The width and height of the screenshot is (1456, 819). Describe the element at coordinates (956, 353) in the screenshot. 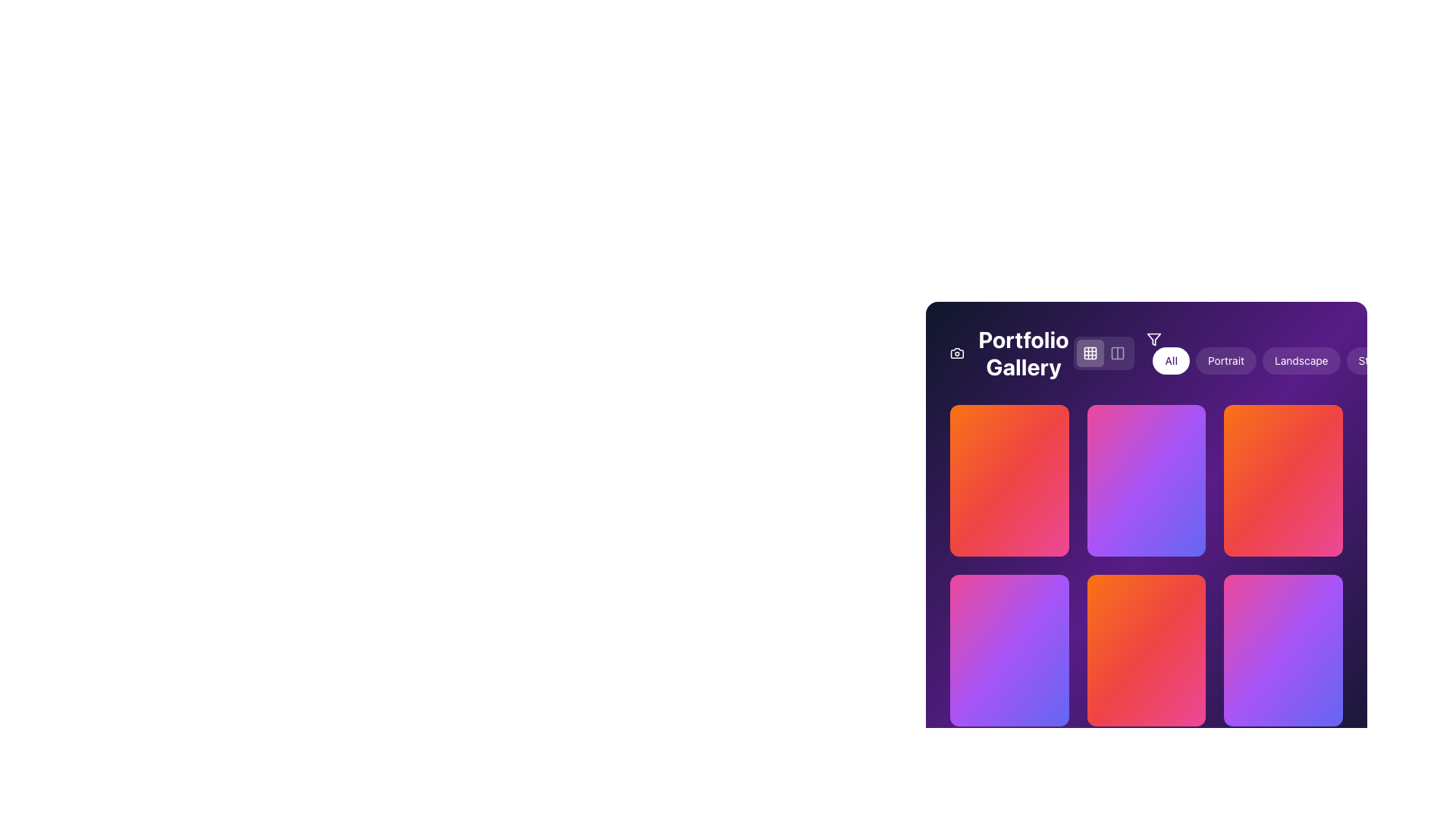

I see `the camera icon located in the top-left corner of the interface, which is styled with a simple outline design and is positioned to the left of the text 'Portfolio Gallery'` at that location.